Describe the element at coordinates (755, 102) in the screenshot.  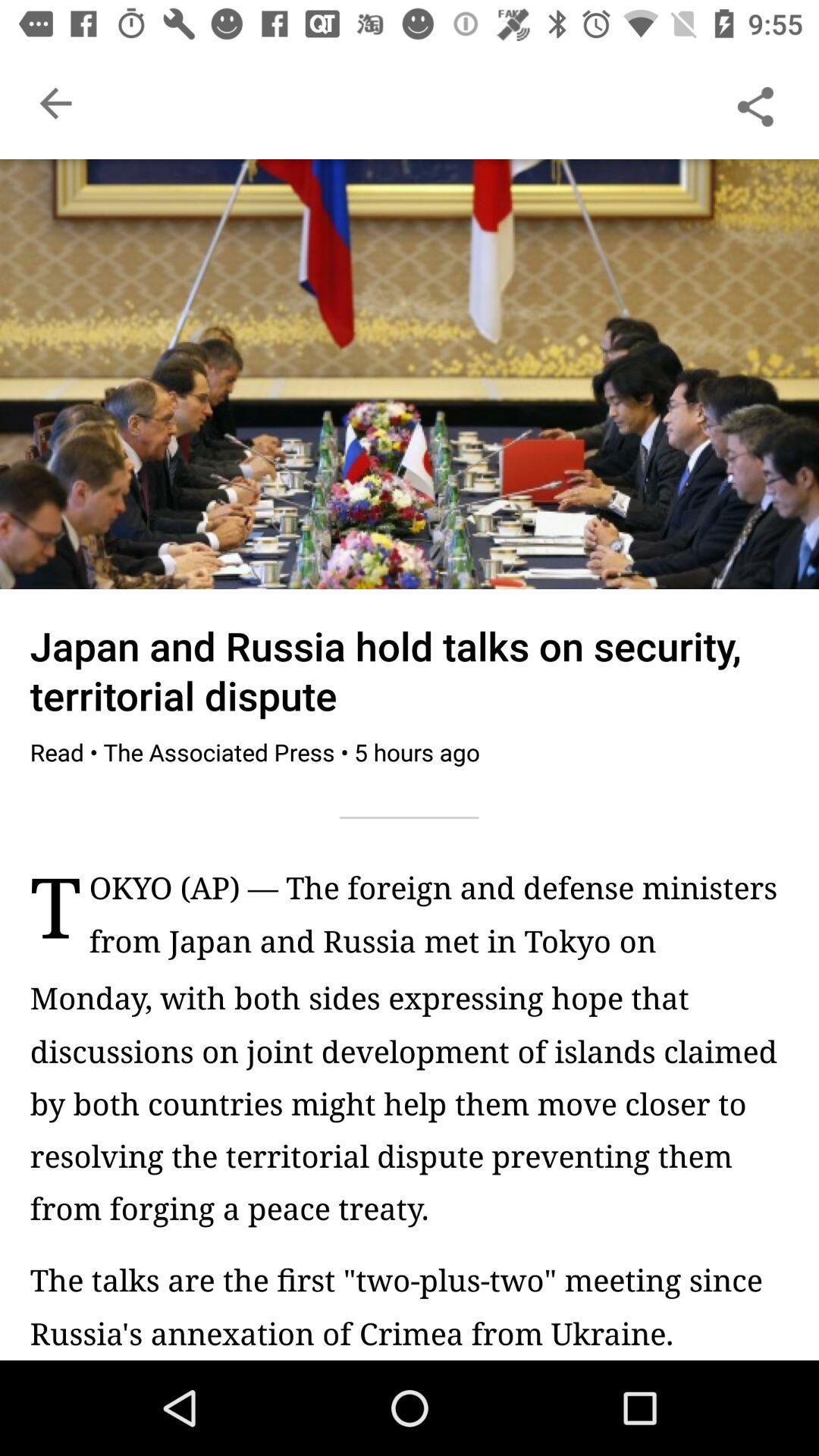
I see `share option` at that location.